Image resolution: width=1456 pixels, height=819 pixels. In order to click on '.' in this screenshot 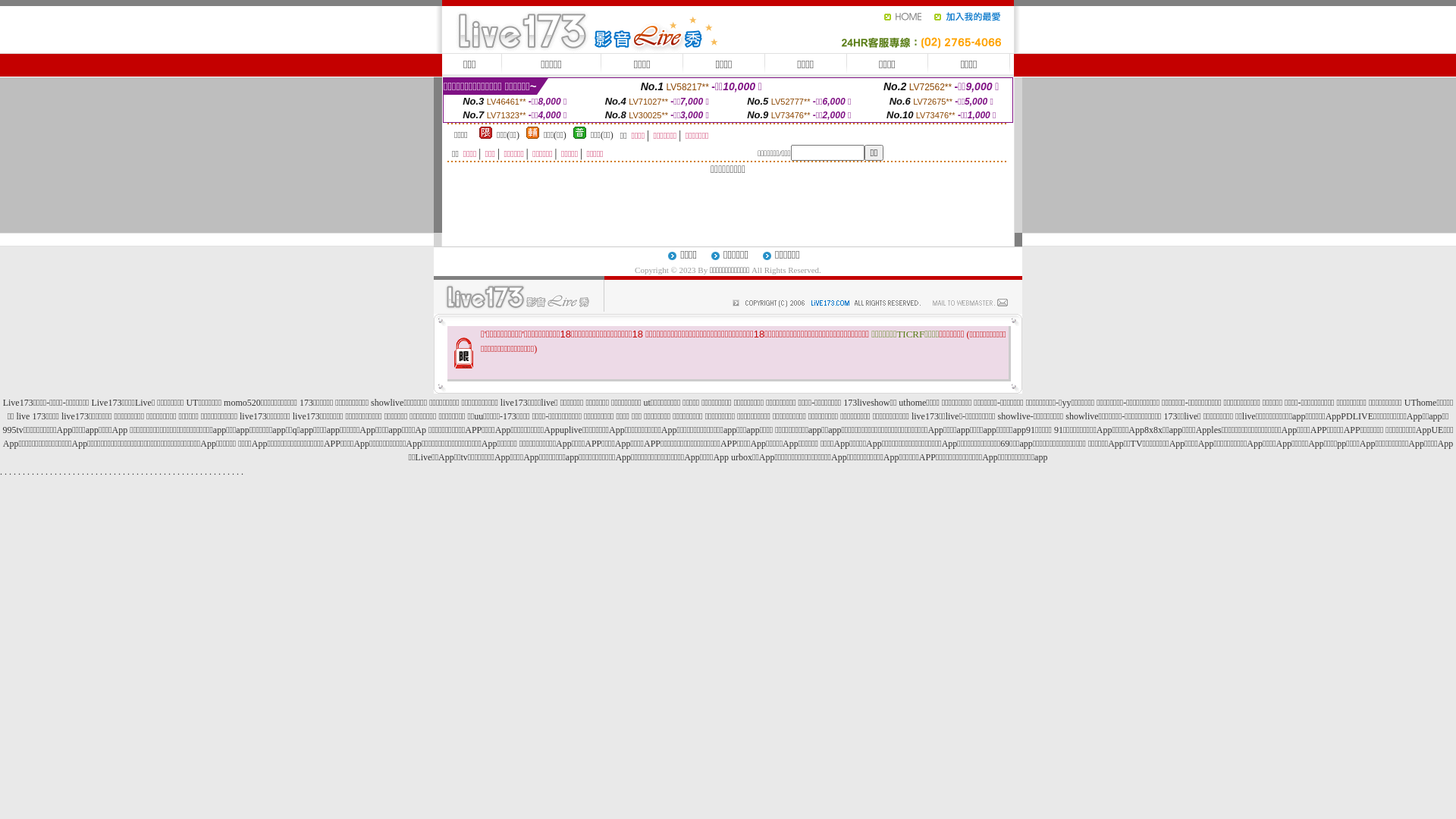, I will do `click(146, 470)`.